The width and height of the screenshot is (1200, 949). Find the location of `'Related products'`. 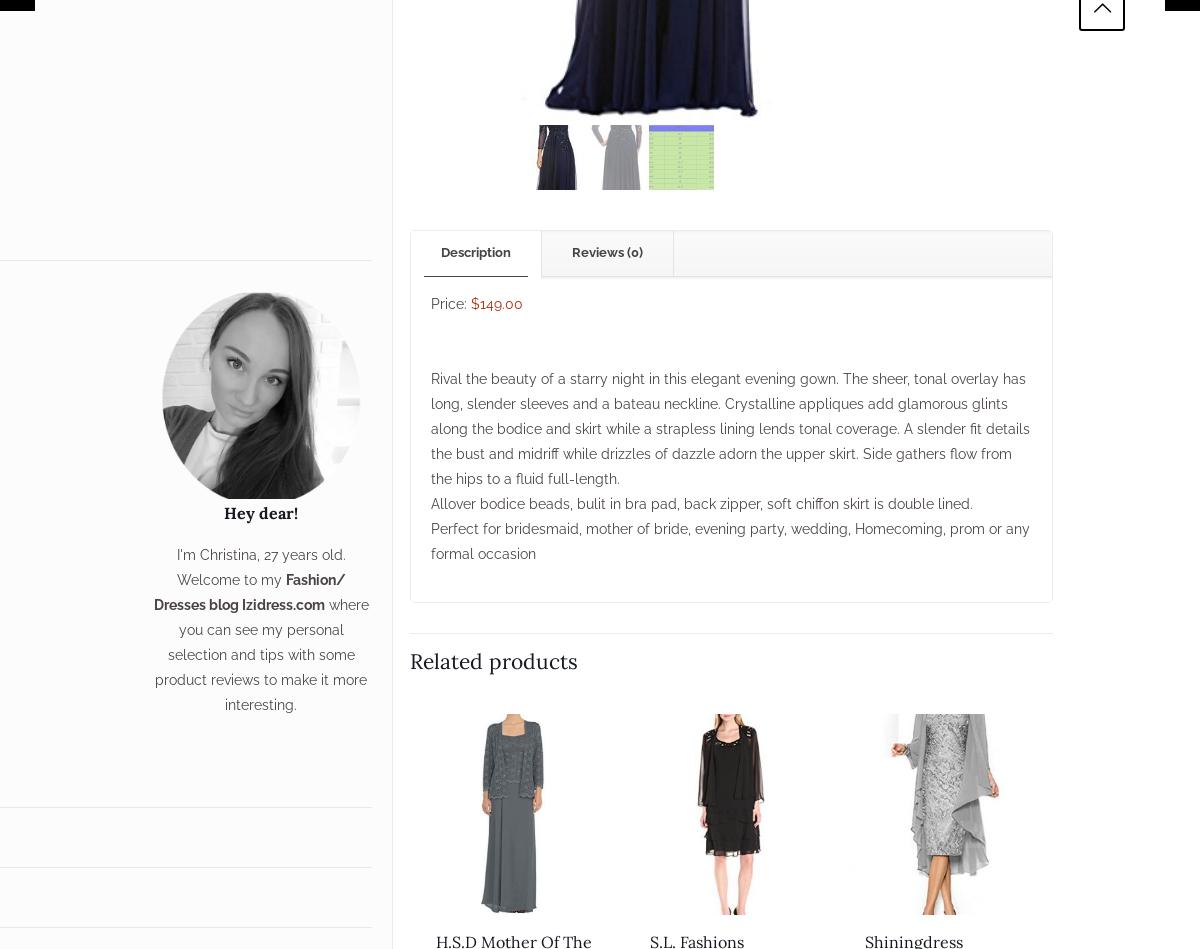

'Related products' is located at coordinates (408, 660).